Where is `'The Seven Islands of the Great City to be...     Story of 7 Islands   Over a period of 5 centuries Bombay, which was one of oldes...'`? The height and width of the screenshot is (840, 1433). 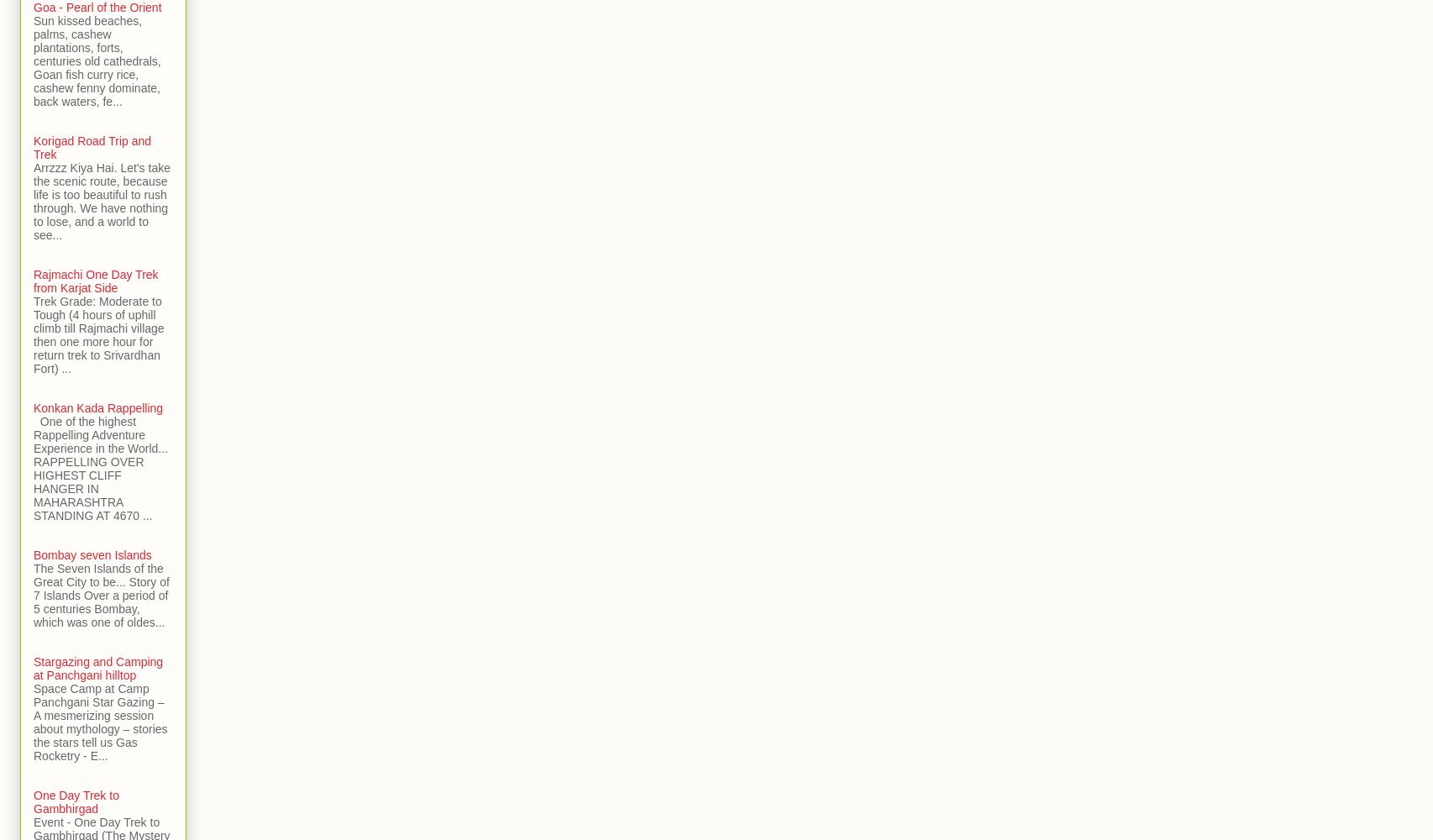
'The Seven Islands of the Great City to be...     Story of 7 Islands   Over a period of 5 centuries Bombay, which was one of oldes...' is located at coordinates (101, 595).